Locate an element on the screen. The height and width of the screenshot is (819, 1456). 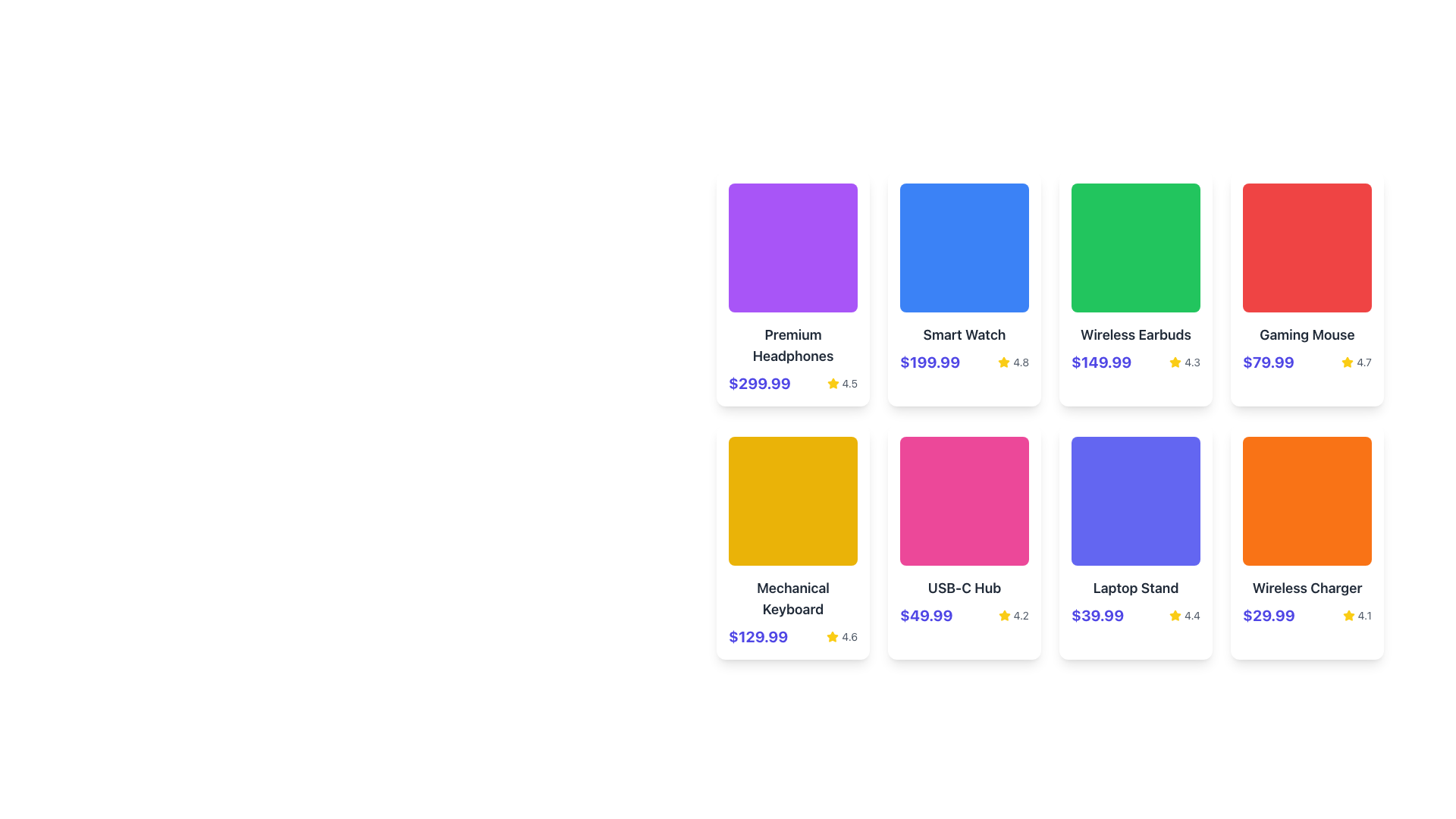
the prominent text label displaying '$199.99' in indigo blue, located just below the 'Smart Watch' label and to the left of the rating component is located at coordinates (929, 362).